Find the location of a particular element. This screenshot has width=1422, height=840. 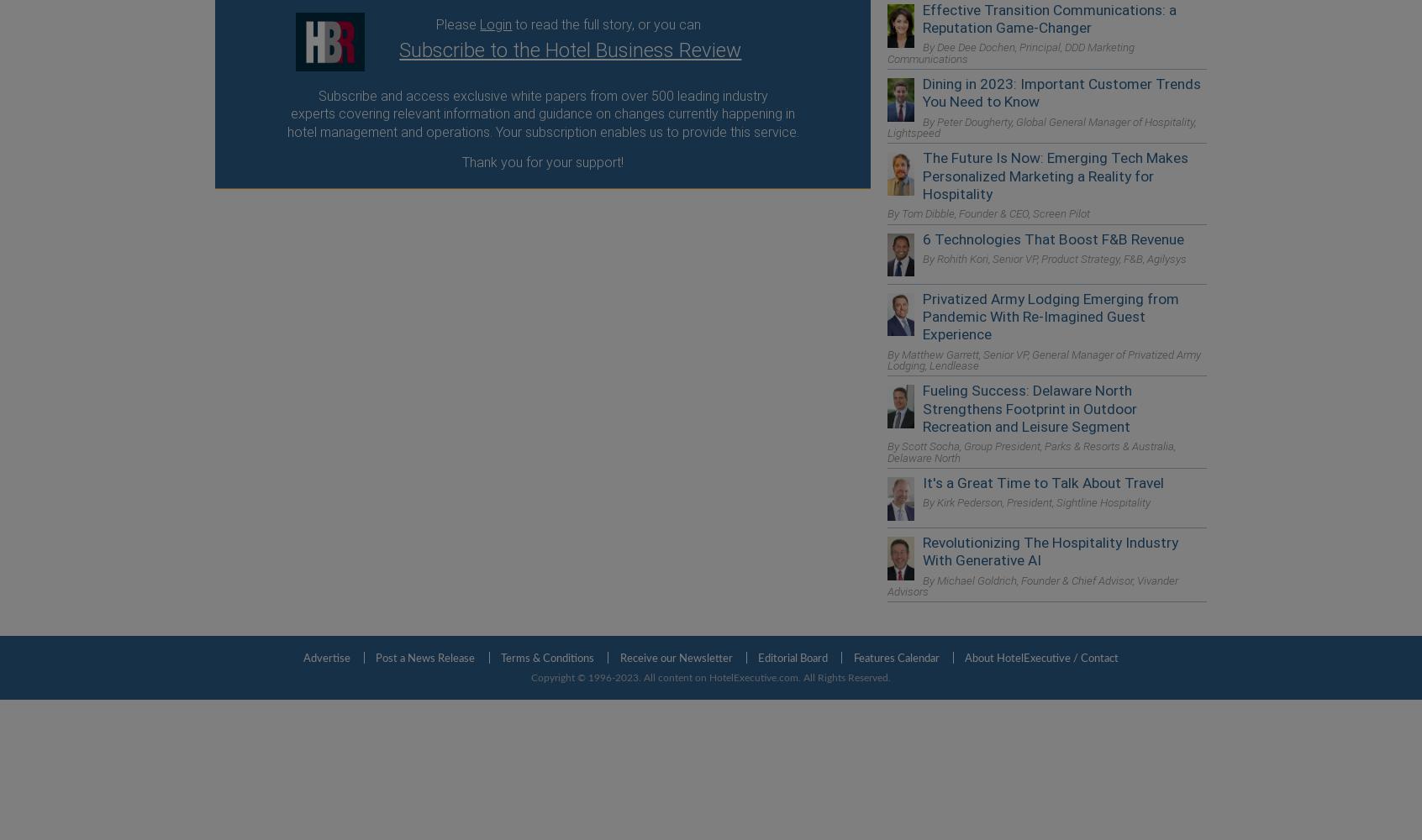

'Please' is located at coordinates (457, 24).